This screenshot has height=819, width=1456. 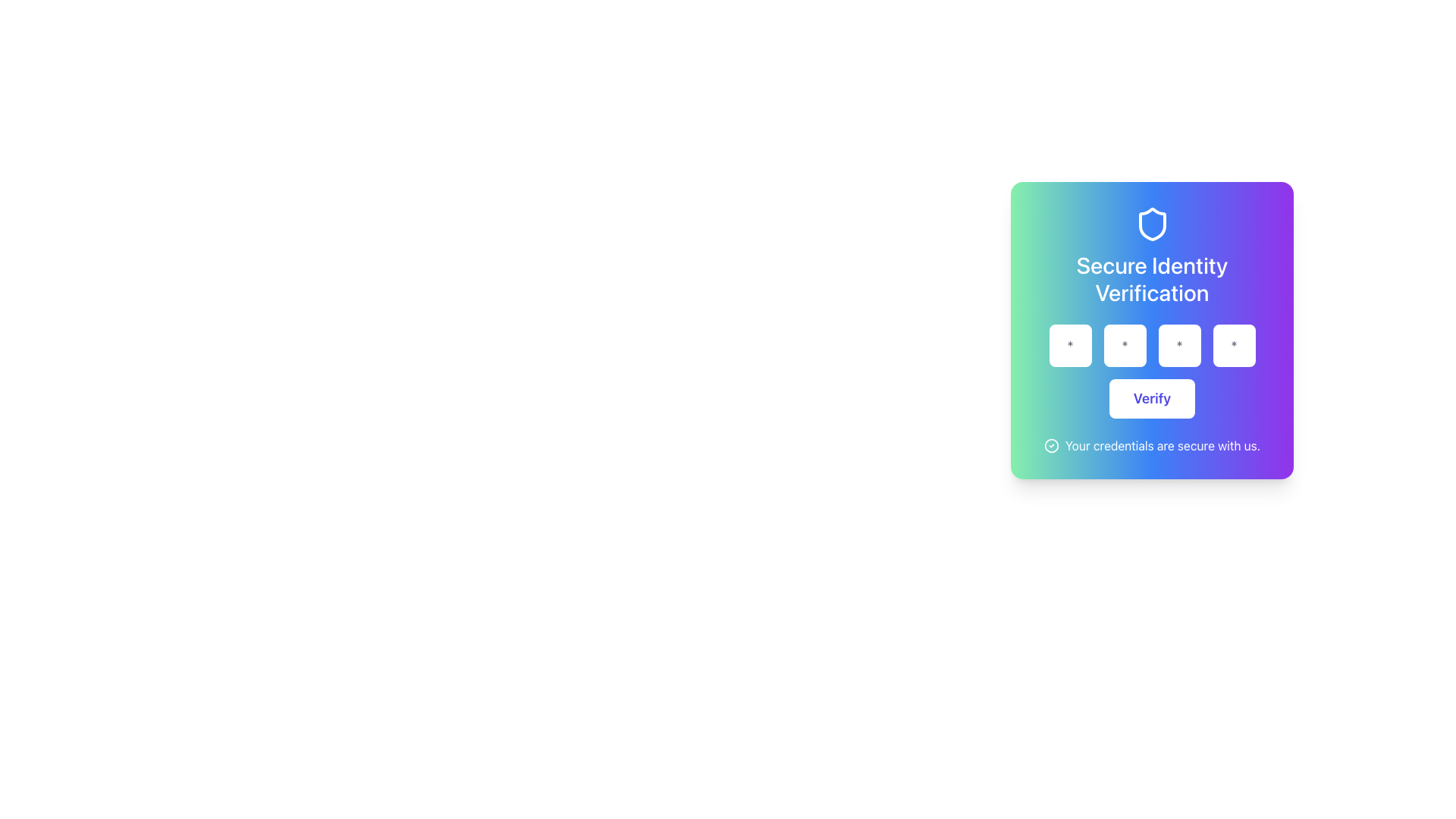 What do you see at coordinates (1152, 224) in the screenshot?
I see `the Decorative icon which represents security and protection, located at the top-center of the modal above the text 'Secure Identity Verification'` at bounding box center [1152, 224].